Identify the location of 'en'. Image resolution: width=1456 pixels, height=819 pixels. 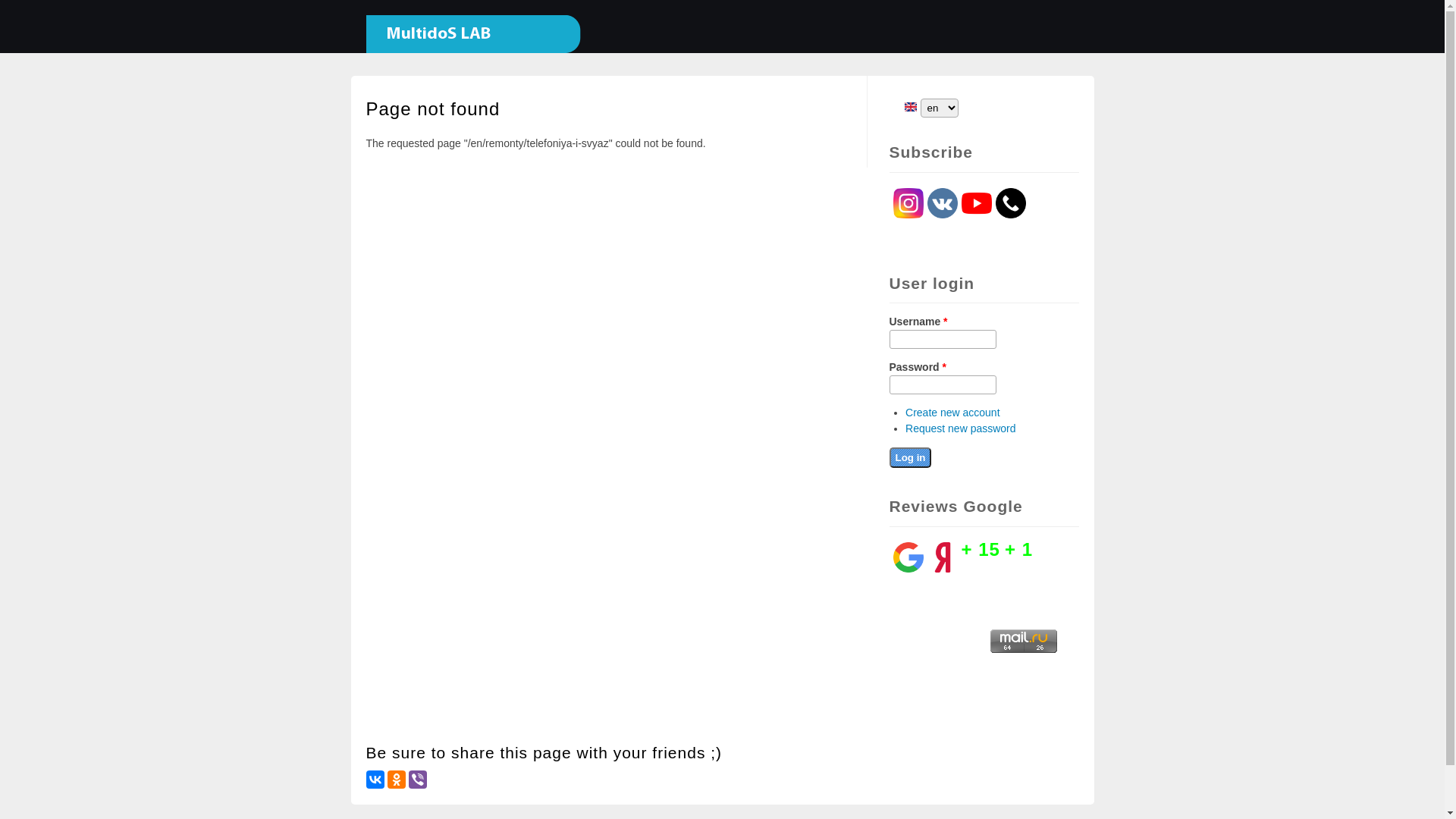
(903, 106).